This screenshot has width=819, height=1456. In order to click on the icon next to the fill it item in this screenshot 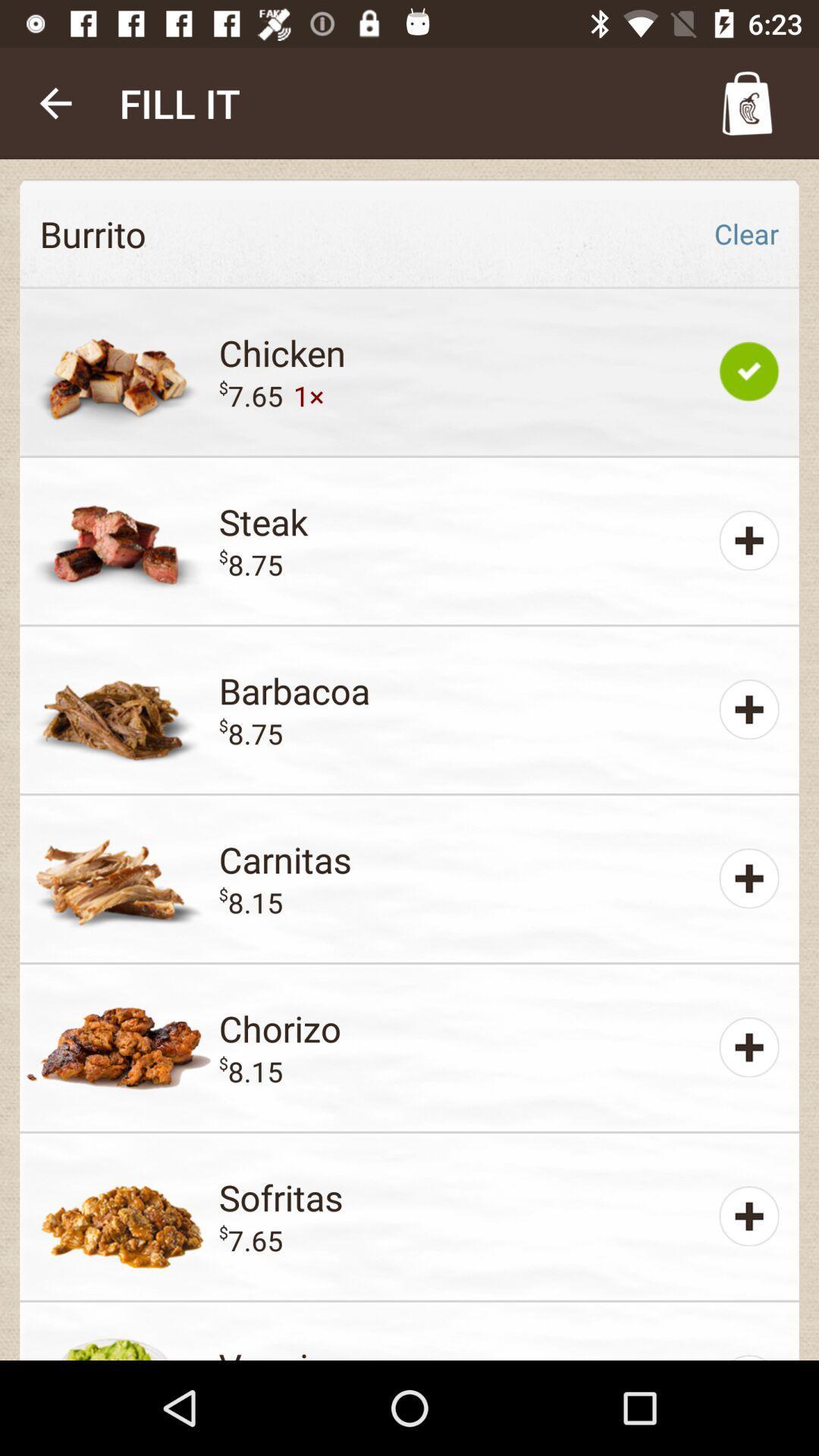, I will do `click(55, 102)`.